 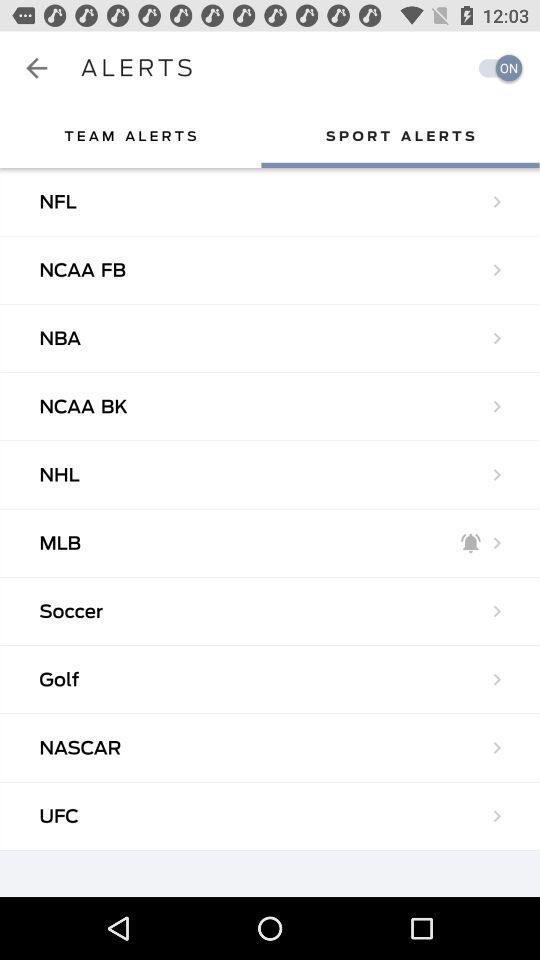 What do you see at coordinates (36, 68) in the screenshot?
I see `app to the left of alerts icon` at bounding box center [36, 68].